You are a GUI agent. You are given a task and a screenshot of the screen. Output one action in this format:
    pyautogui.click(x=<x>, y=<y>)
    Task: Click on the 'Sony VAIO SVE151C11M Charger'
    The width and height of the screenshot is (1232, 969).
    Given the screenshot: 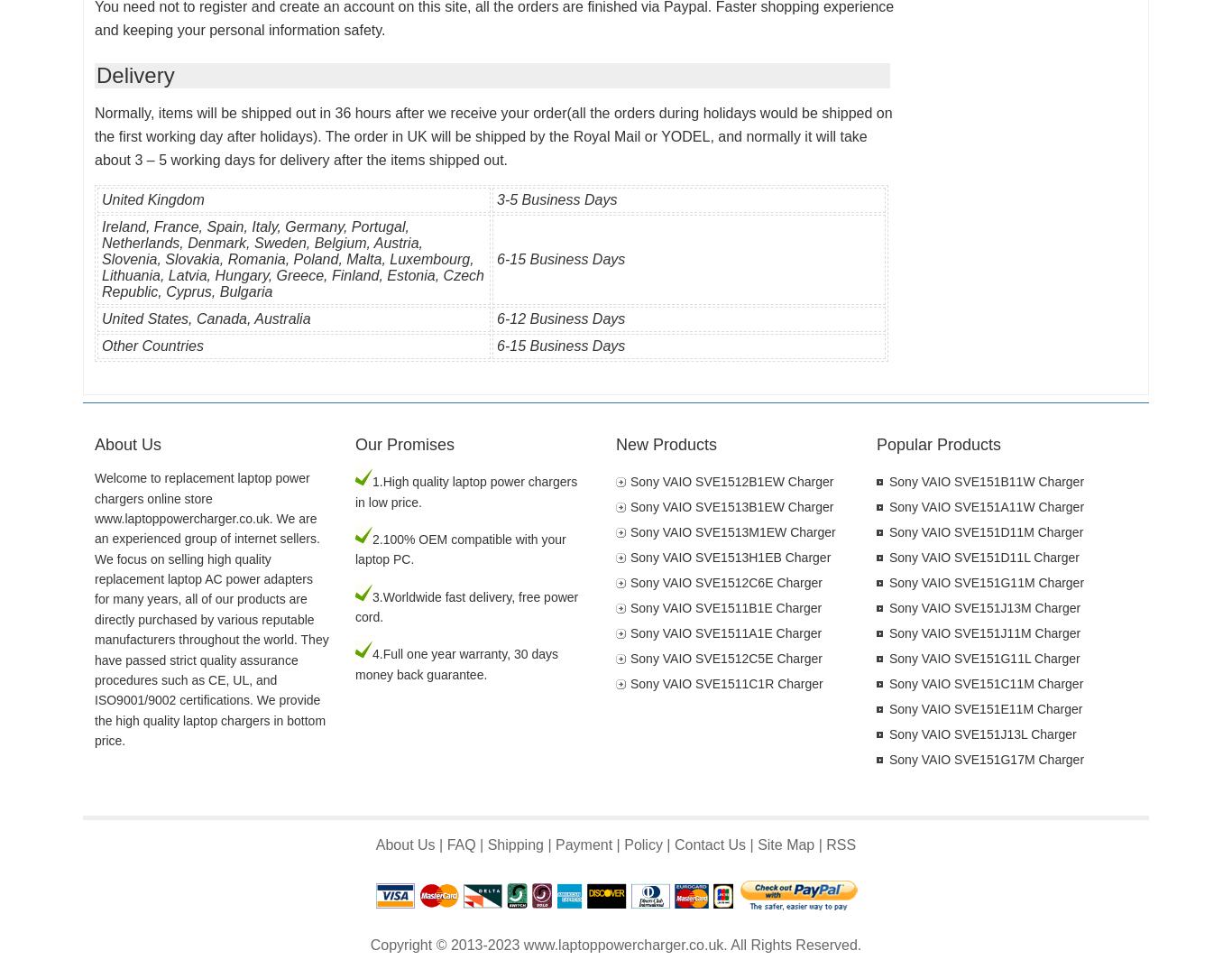 What is the action you would take?
    pyautogui.click(x=888, y=683)
    